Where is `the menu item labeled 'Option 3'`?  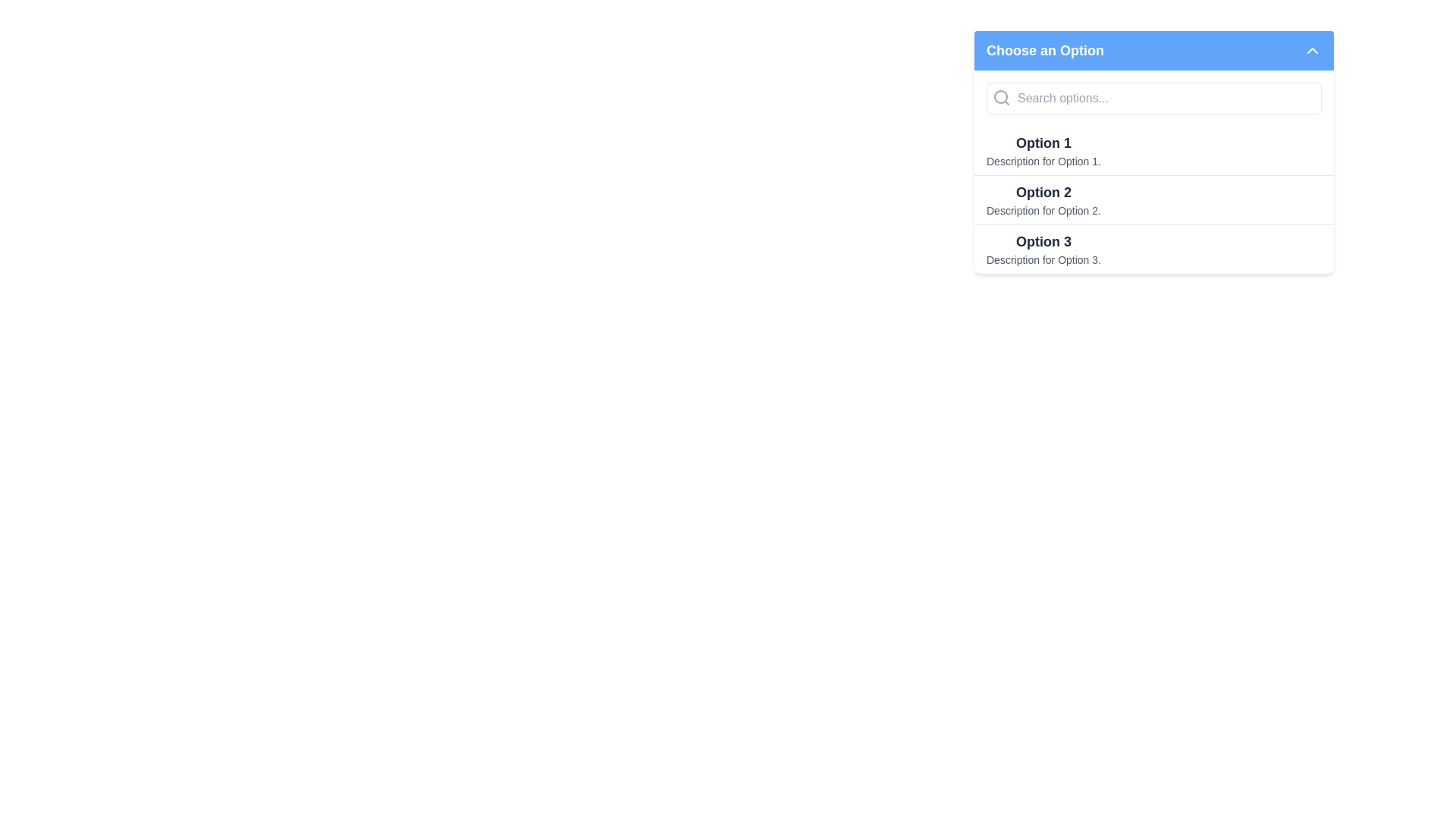
the menu item labeled 'Option 3' is located at coordinates (1153, 248).